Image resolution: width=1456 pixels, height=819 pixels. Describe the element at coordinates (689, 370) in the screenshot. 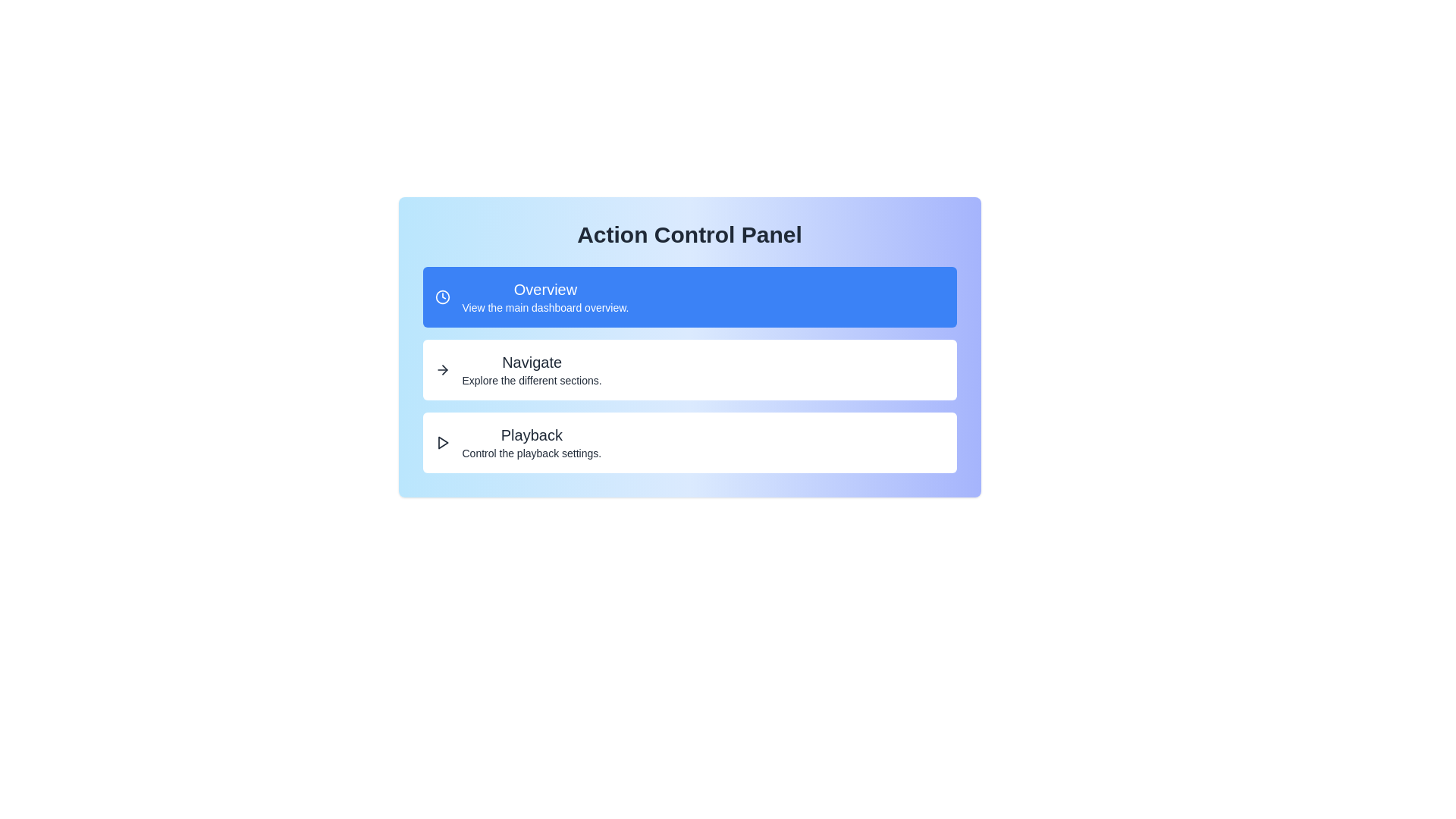

I see `the interactive list item or button that provides access to the navigation section, positioned as the second option in the vertical list between 'Overview' and 'Playback'` at that location.